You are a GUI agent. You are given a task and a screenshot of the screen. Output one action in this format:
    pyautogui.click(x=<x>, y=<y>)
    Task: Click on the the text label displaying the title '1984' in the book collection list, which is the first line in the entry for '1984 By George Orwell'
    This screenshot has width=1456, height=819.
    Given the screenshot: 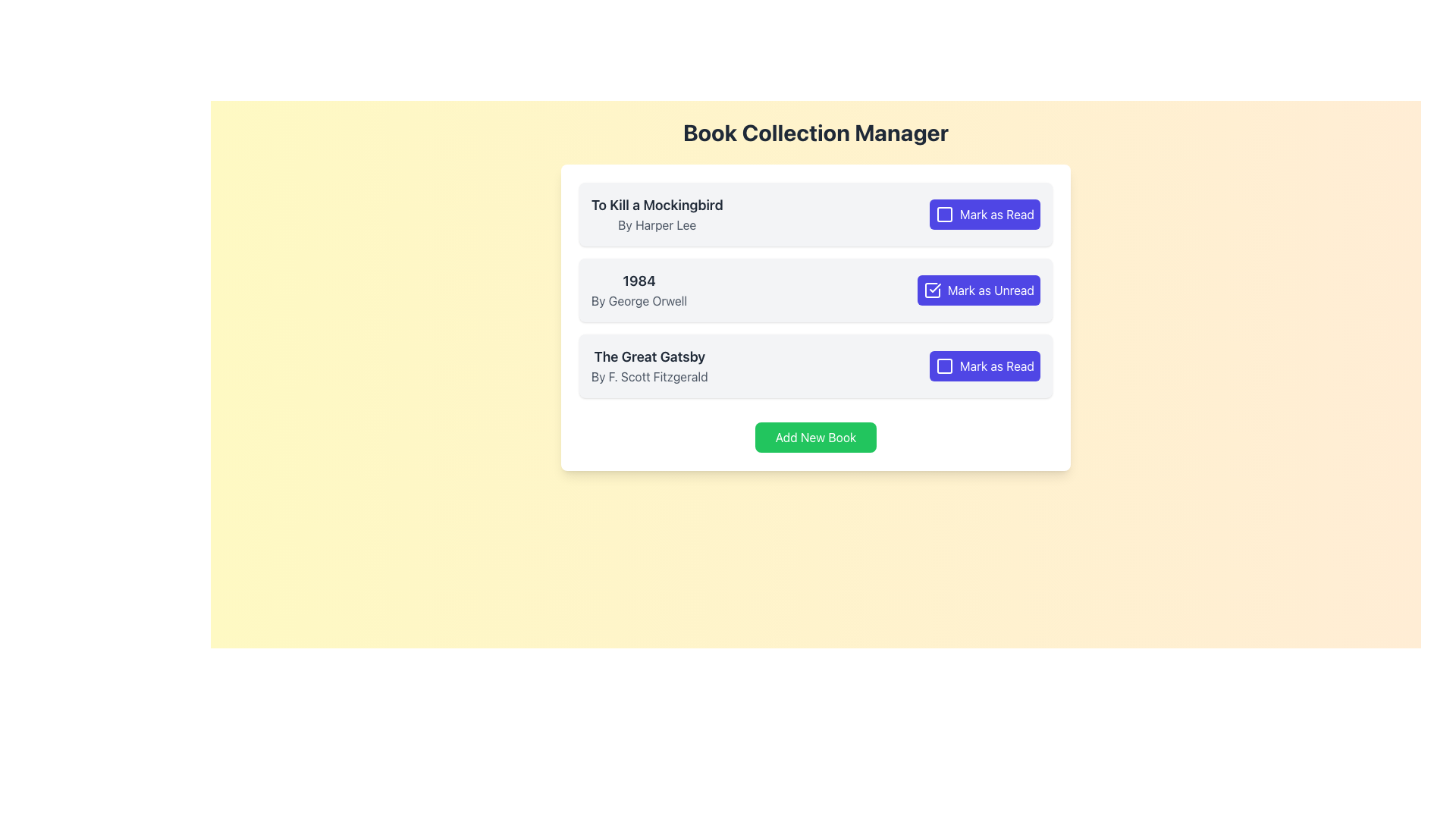 What is the action you would take?
    pyautogui.click(x=639, y=281)
    